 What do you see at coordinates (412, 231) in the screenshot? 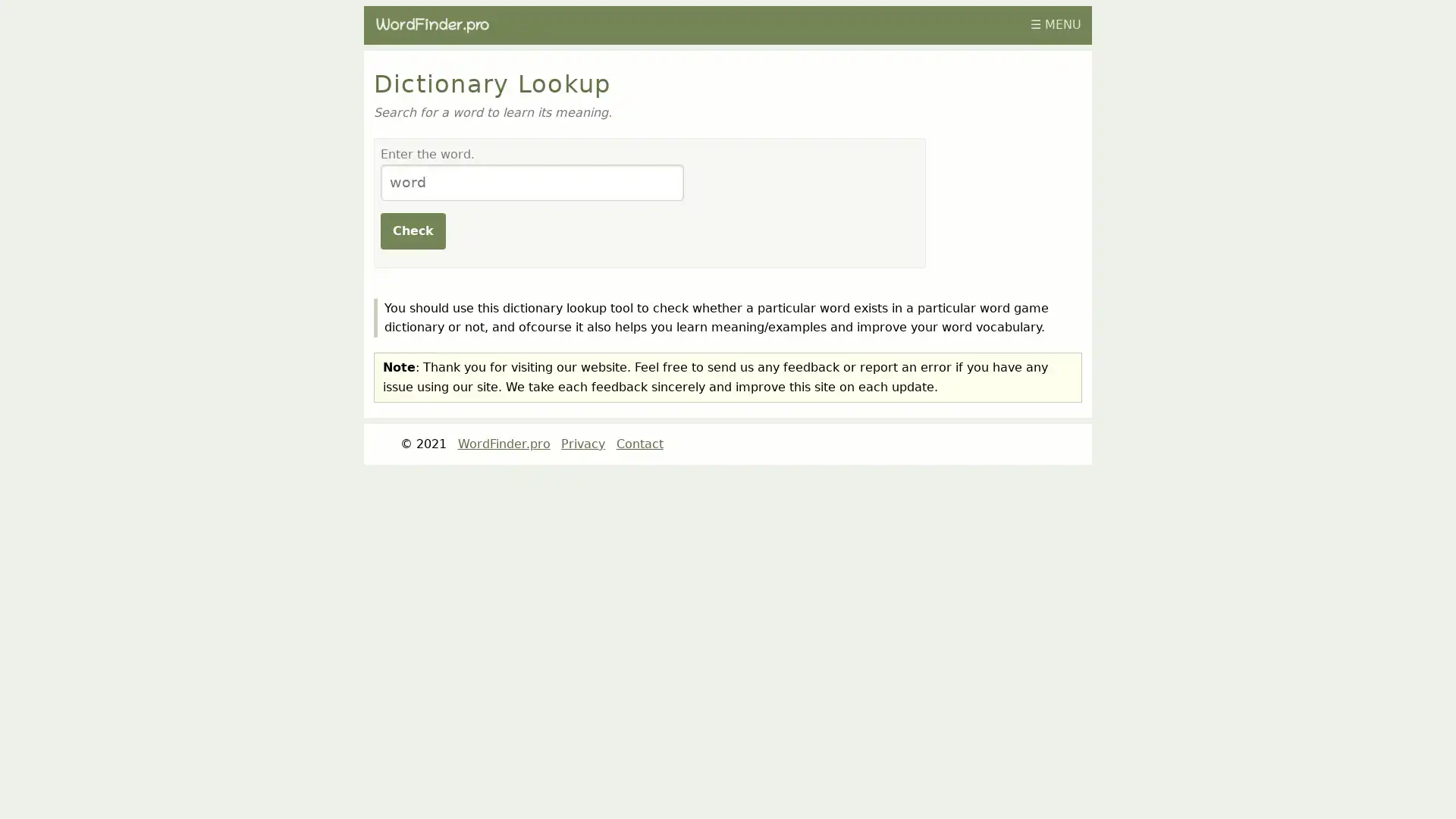
I see `Check` at bounding box center [412, 231].